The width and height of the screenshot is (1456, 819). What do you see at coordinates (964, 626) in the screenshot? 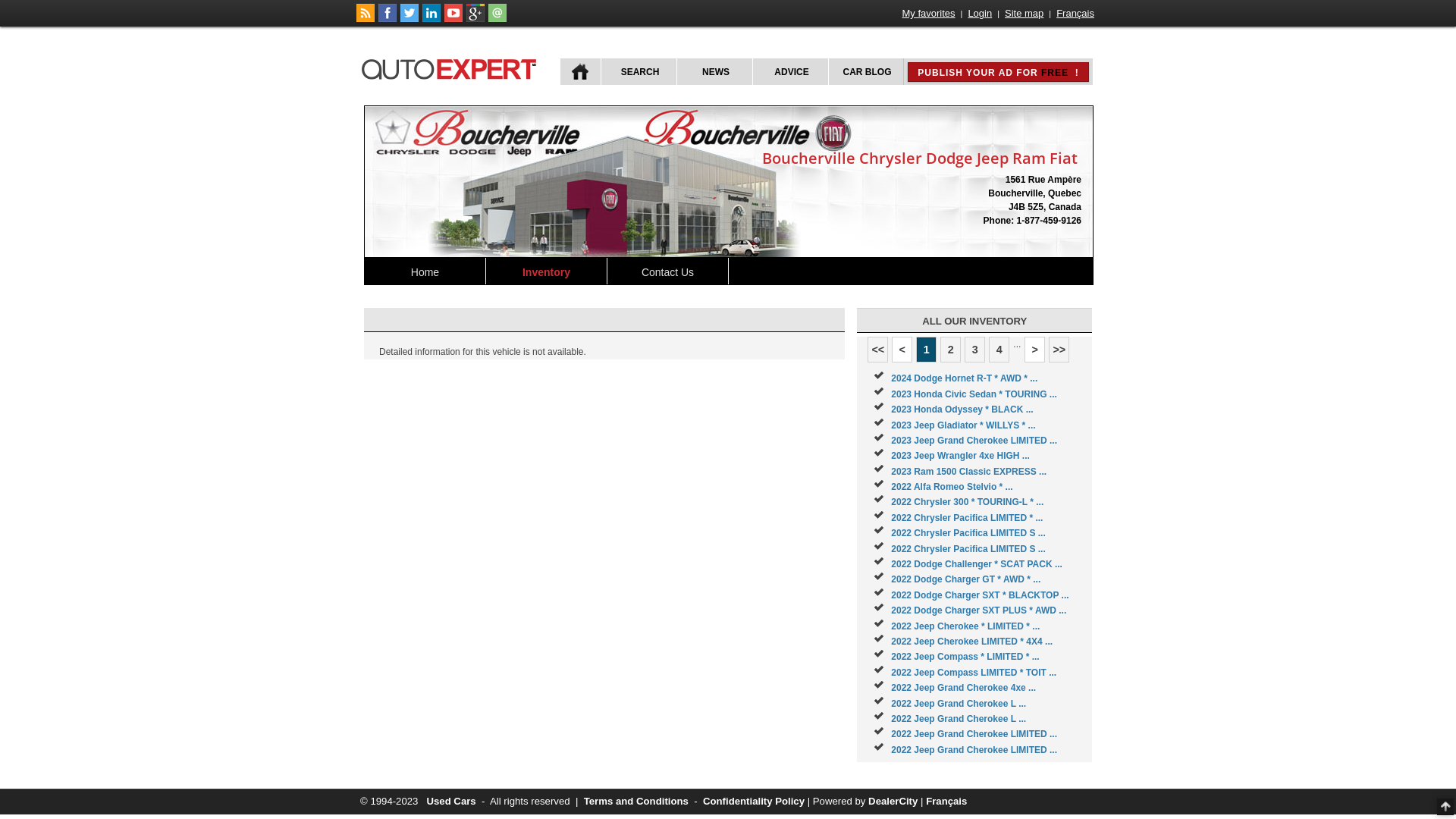
I see `'2022 Jeep Cherokee * LIMITED * ...'` at bounding box center [964, 626].